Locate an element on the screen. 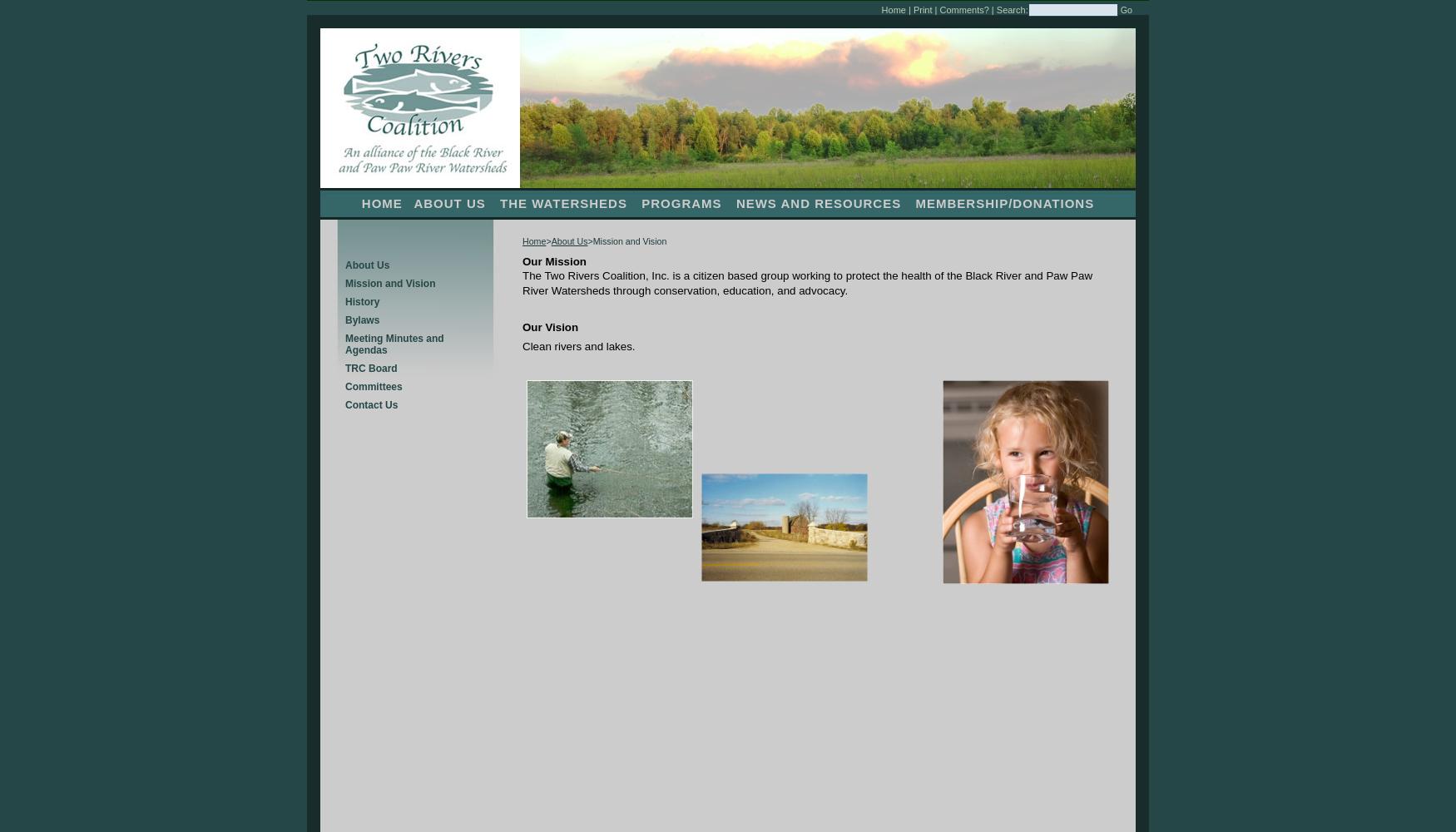 Image resolution: width=1456 pixels, height=832 pixels. 'Death of a Lake' is located at coordinates (38, 10).